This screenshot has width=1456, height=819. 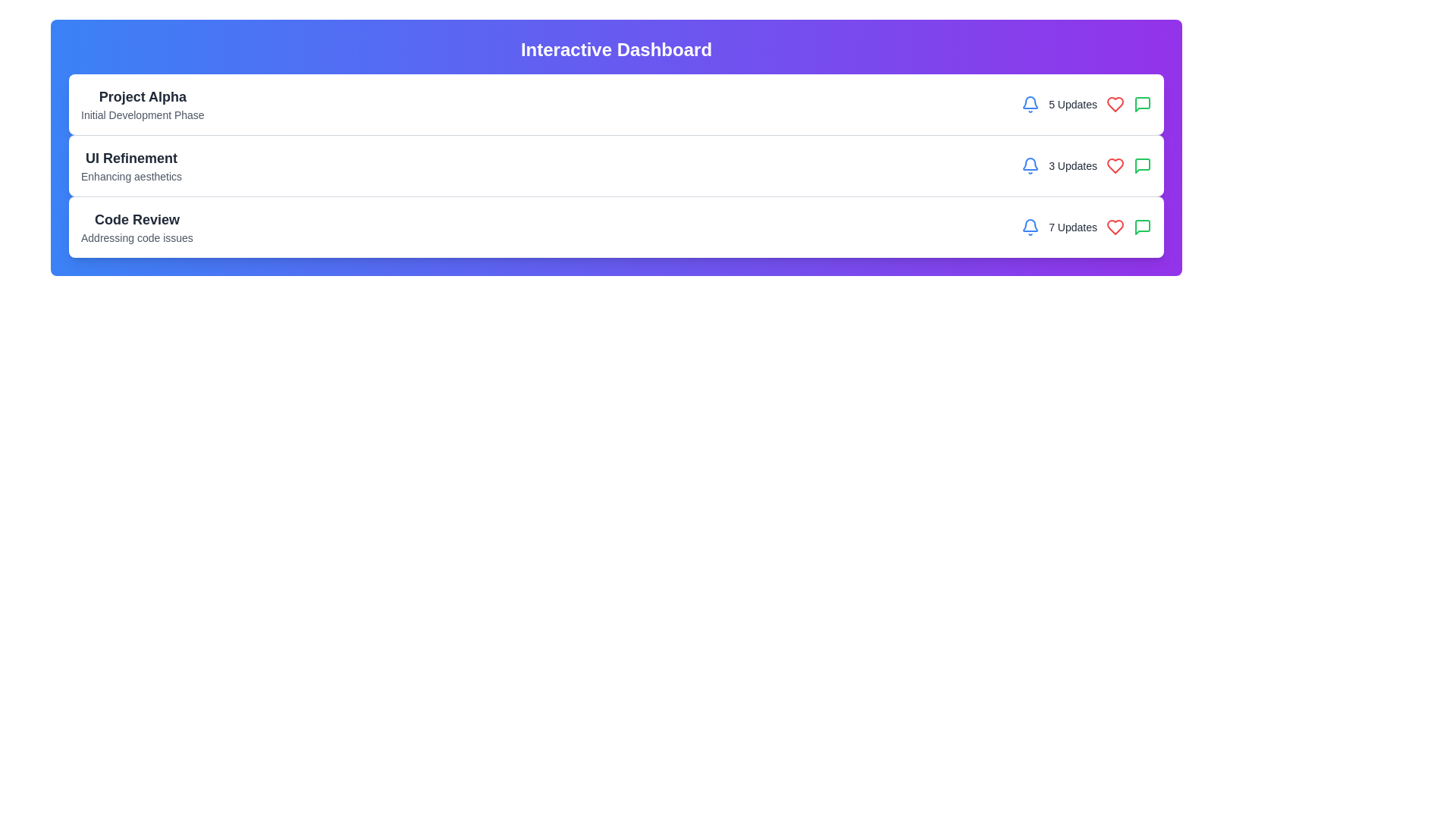 What do you see at coordinates (131, 158) in the screenshot?
I see `the text label 'UI Refinement', which is styled in a large, bold font with a dark gray color, located in the second entry of the project list` at bounding box center [131, 158].